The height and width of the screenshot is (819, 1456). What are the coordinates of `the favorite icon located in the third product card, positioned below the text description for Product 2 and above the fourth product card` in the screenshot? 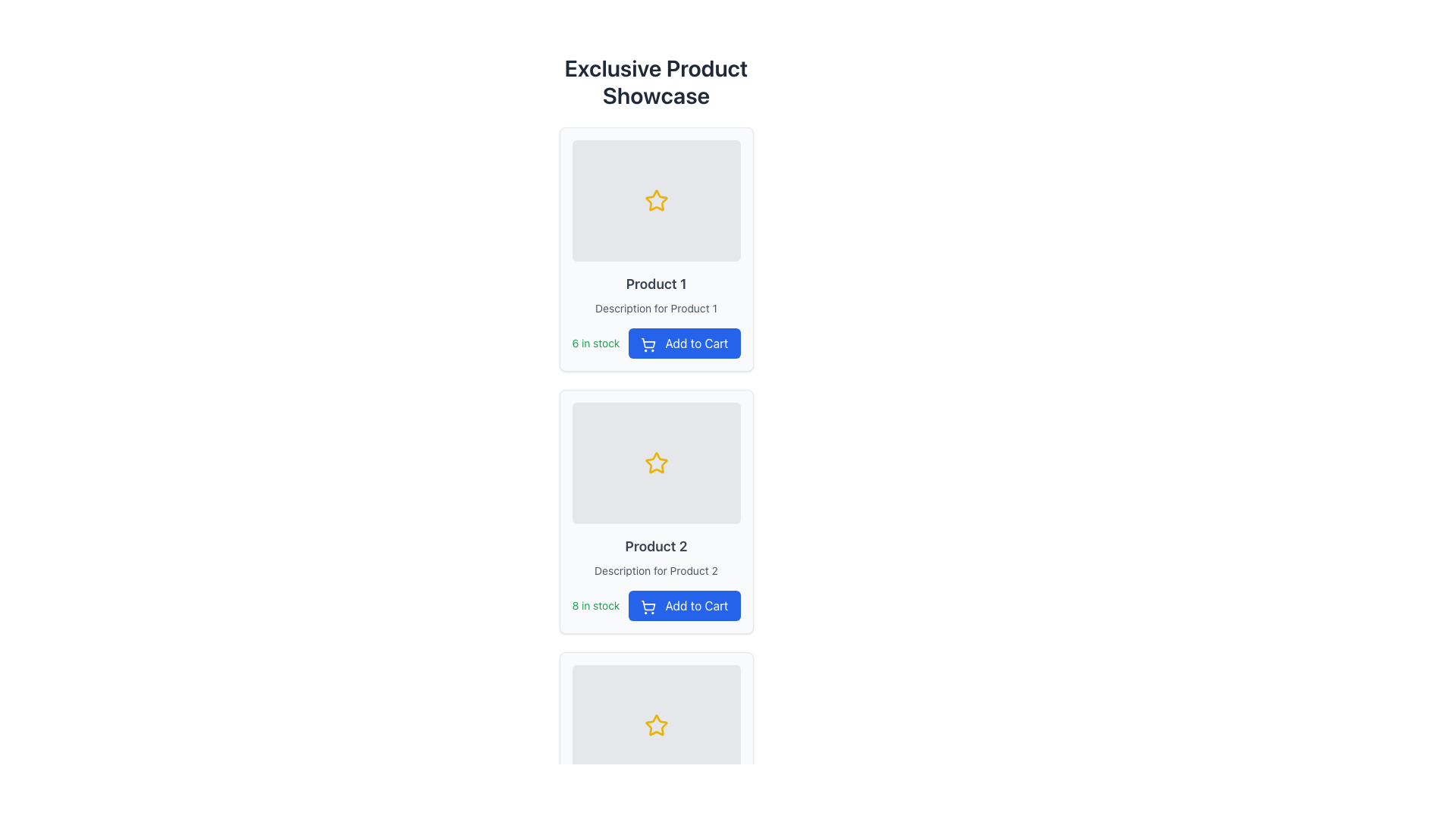 It's located at (655, 724).